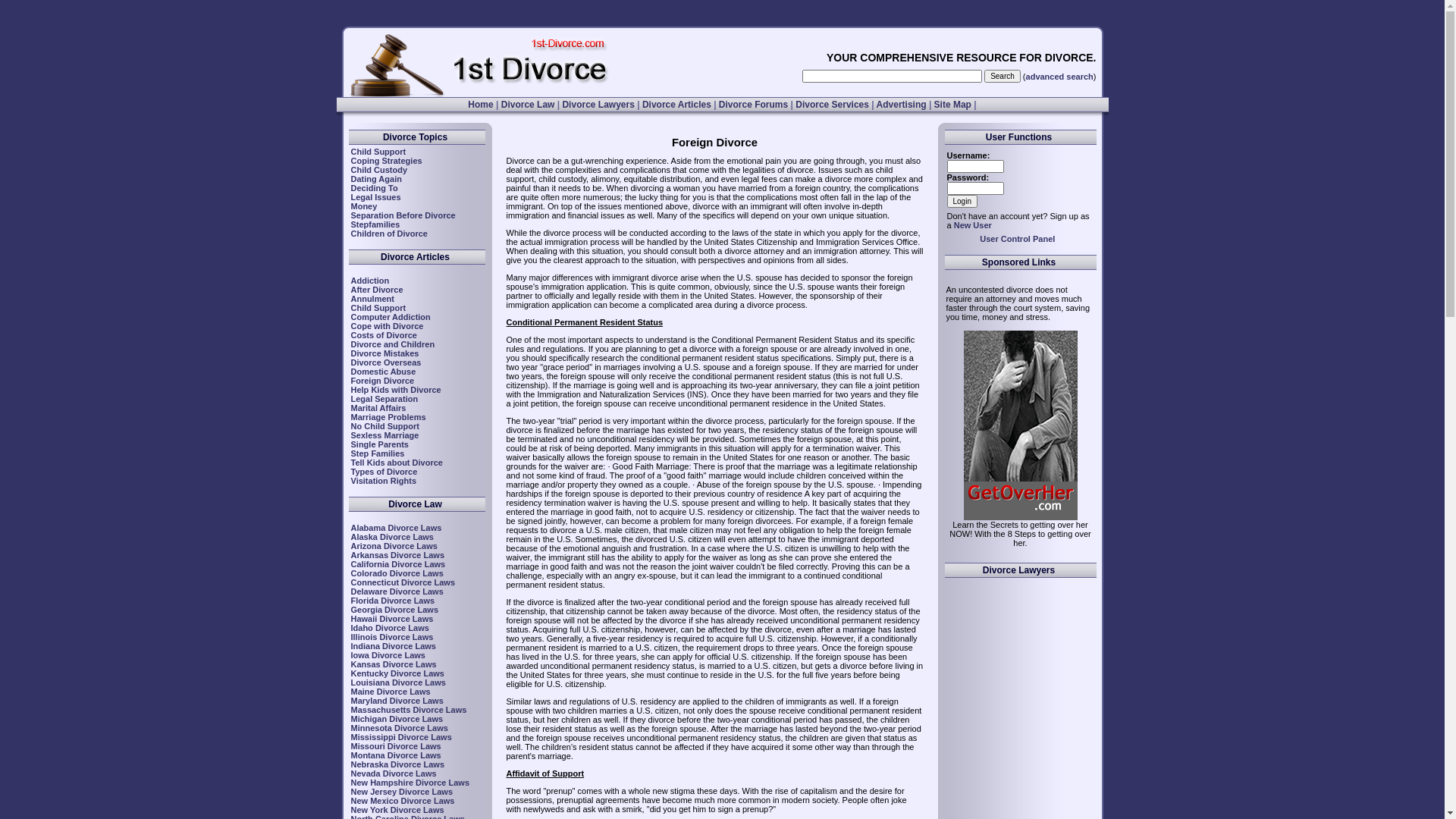  What do you see at coordinates (378, 169) in the screenshot?
I see `'Child Custody'` at bounding box center [378, 169].